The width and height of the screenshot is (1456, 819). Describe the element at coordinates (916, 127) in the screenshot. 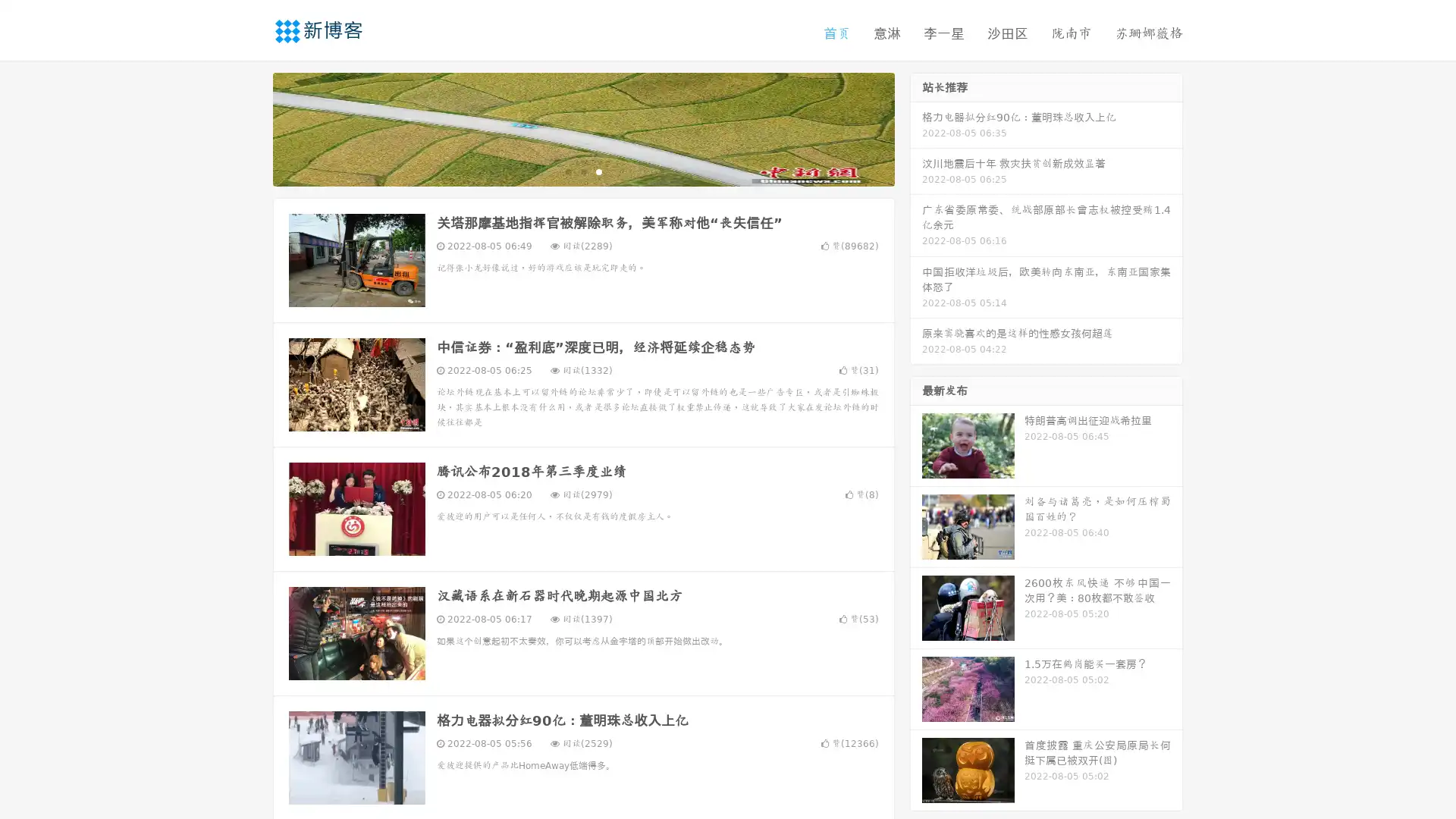

I see `Next slide` at that location.